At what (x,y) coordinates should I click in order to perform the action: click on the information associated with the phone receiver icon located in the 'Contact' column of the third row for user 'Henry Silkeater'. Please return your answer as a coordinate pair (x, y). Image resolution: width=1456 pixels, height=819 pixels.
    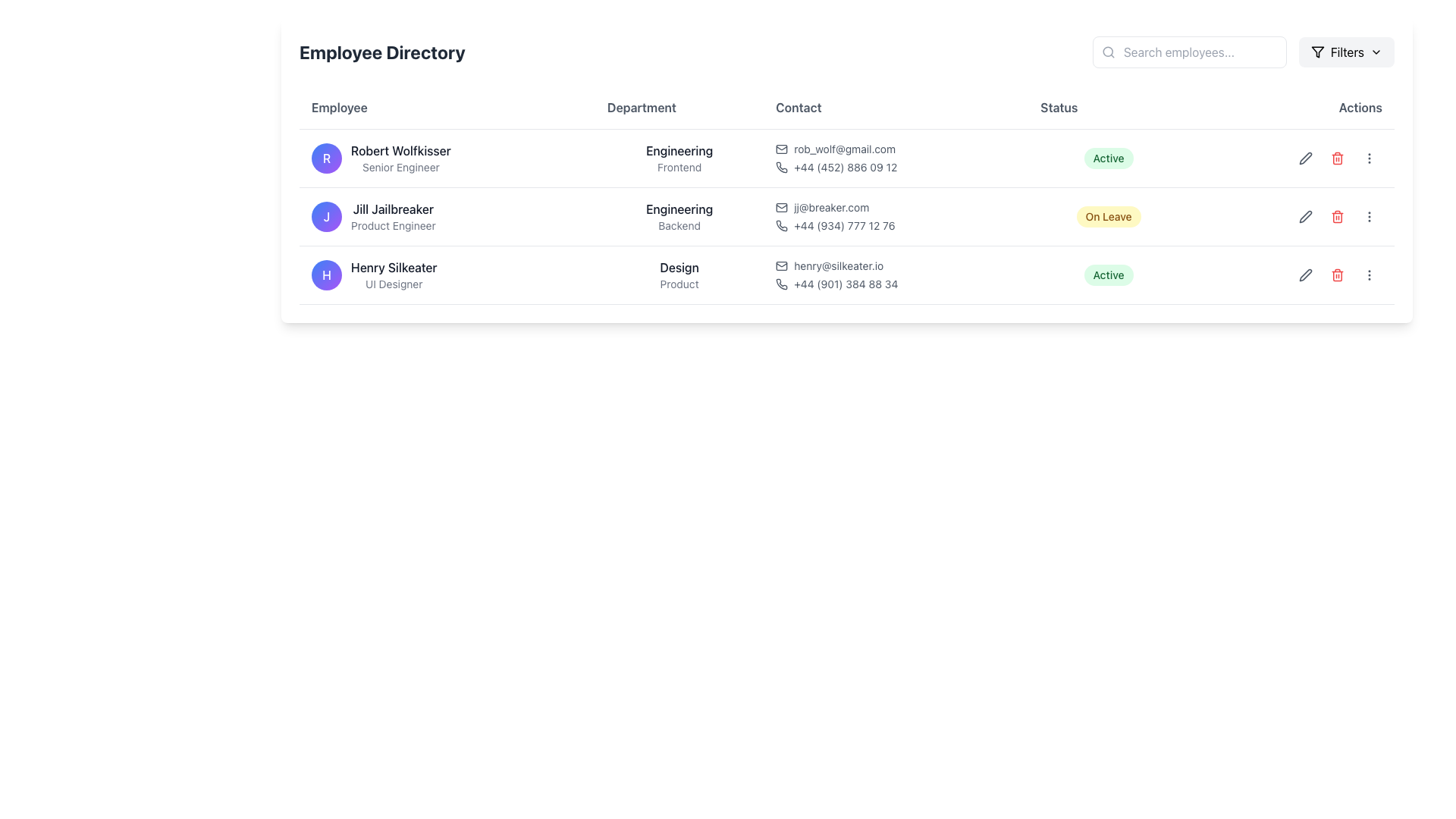
    Looking at the image, I should click on (782, 284).